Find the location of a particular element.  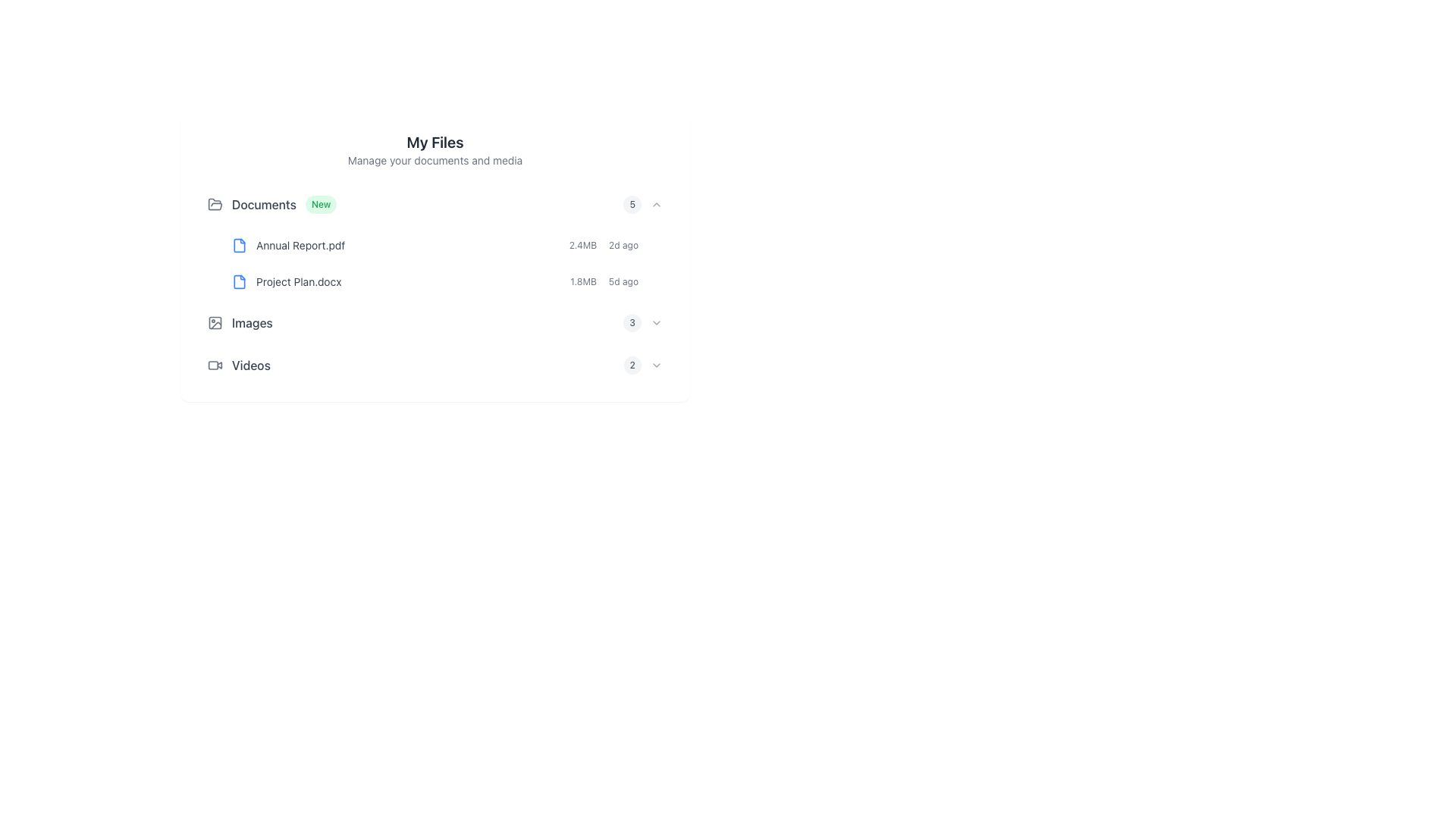

the icon representing the file named 'Annual Report.pdf' located in the 'Documents' section under 'My Files', positioned to the left of the text 'Annual Report.pdf' is located at coordinates (239, 245).